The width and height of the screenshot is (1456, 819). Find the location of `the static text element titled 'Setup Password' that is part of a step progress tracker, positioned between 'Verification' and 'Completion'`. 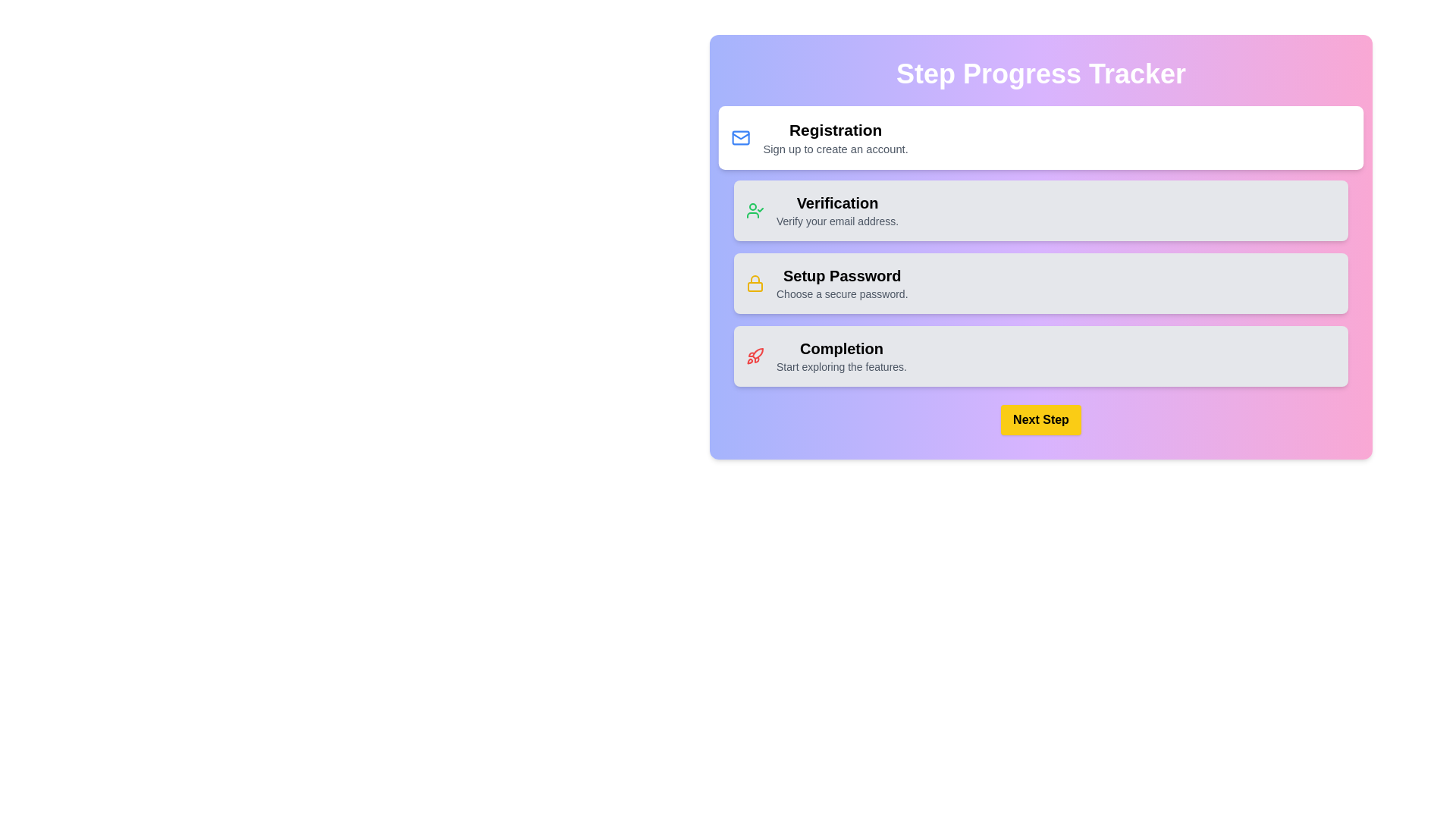

the static text element titled 'Setup Password' that is part of a step progress tracker, positioned between 'Verification' and 'Completion' is located at coordinates (841, 284).